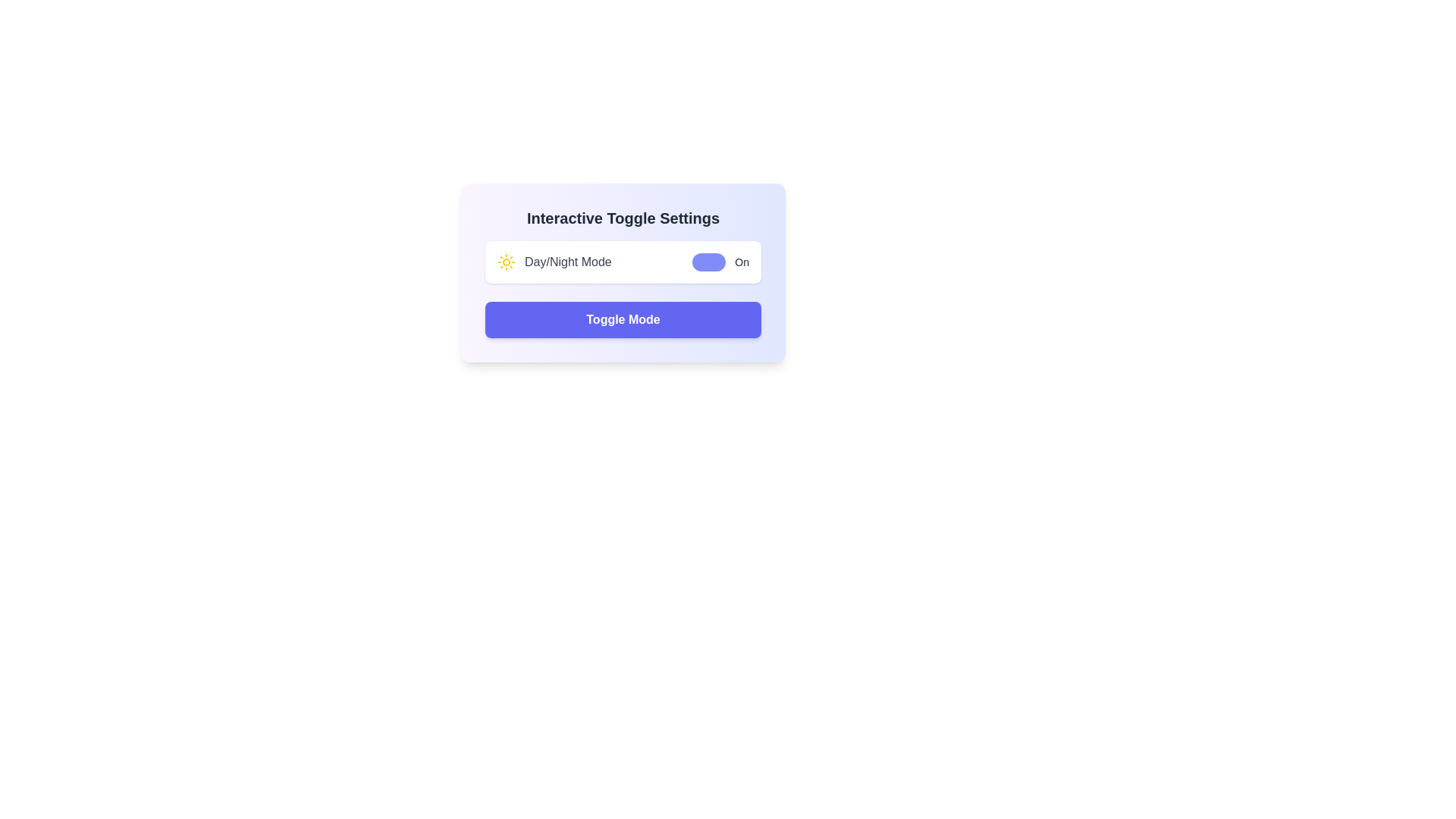  What do you see at coordinates (720, 262) in the screenshot?
I see `the toggle switch labeled 'On' located` at bounding box center [720, 262].